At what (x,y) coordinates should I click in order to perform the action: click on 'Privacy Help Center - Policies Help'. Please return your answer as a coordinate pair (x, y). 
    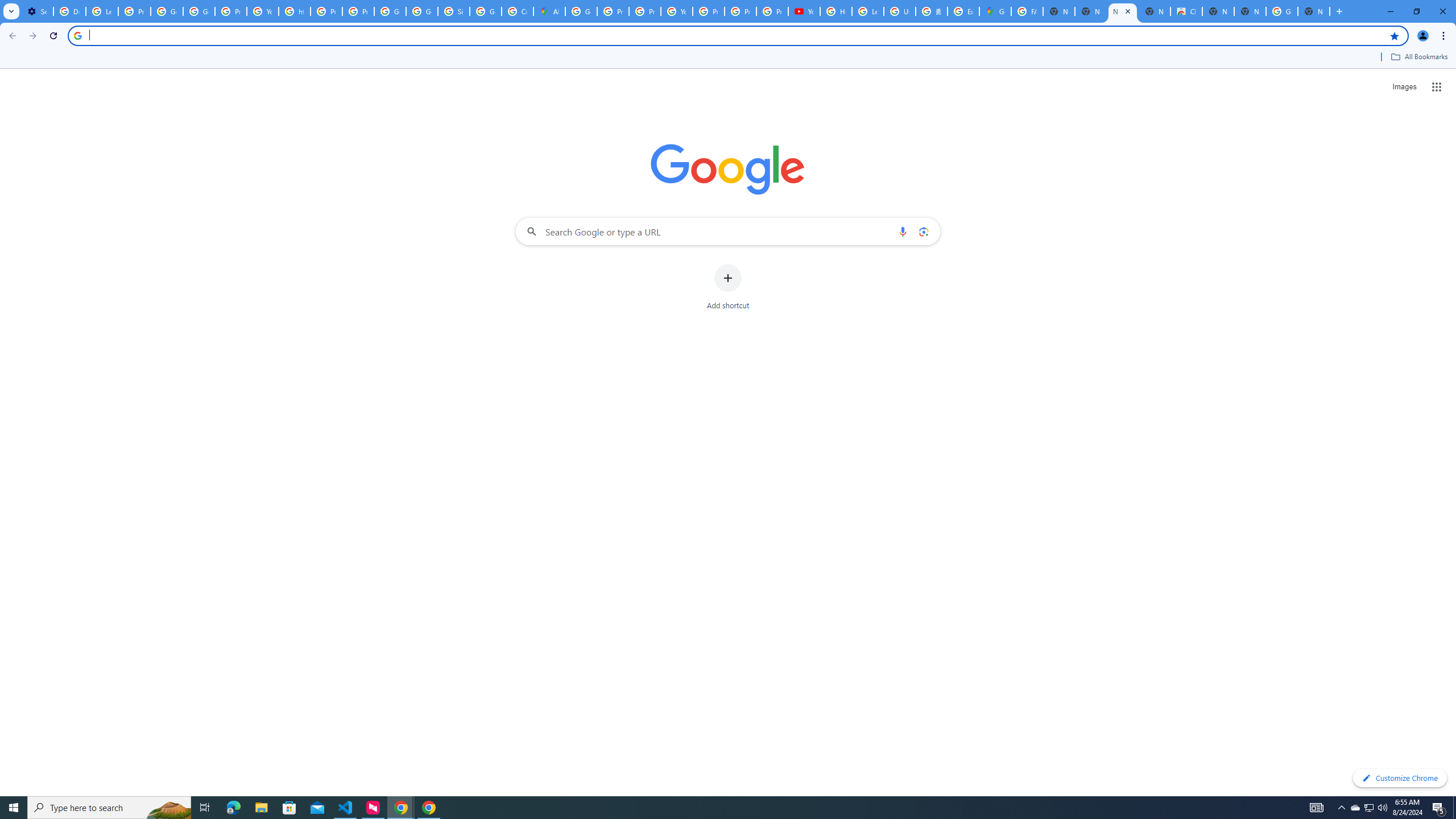
    Looking at the image, I should click on (644, 11).